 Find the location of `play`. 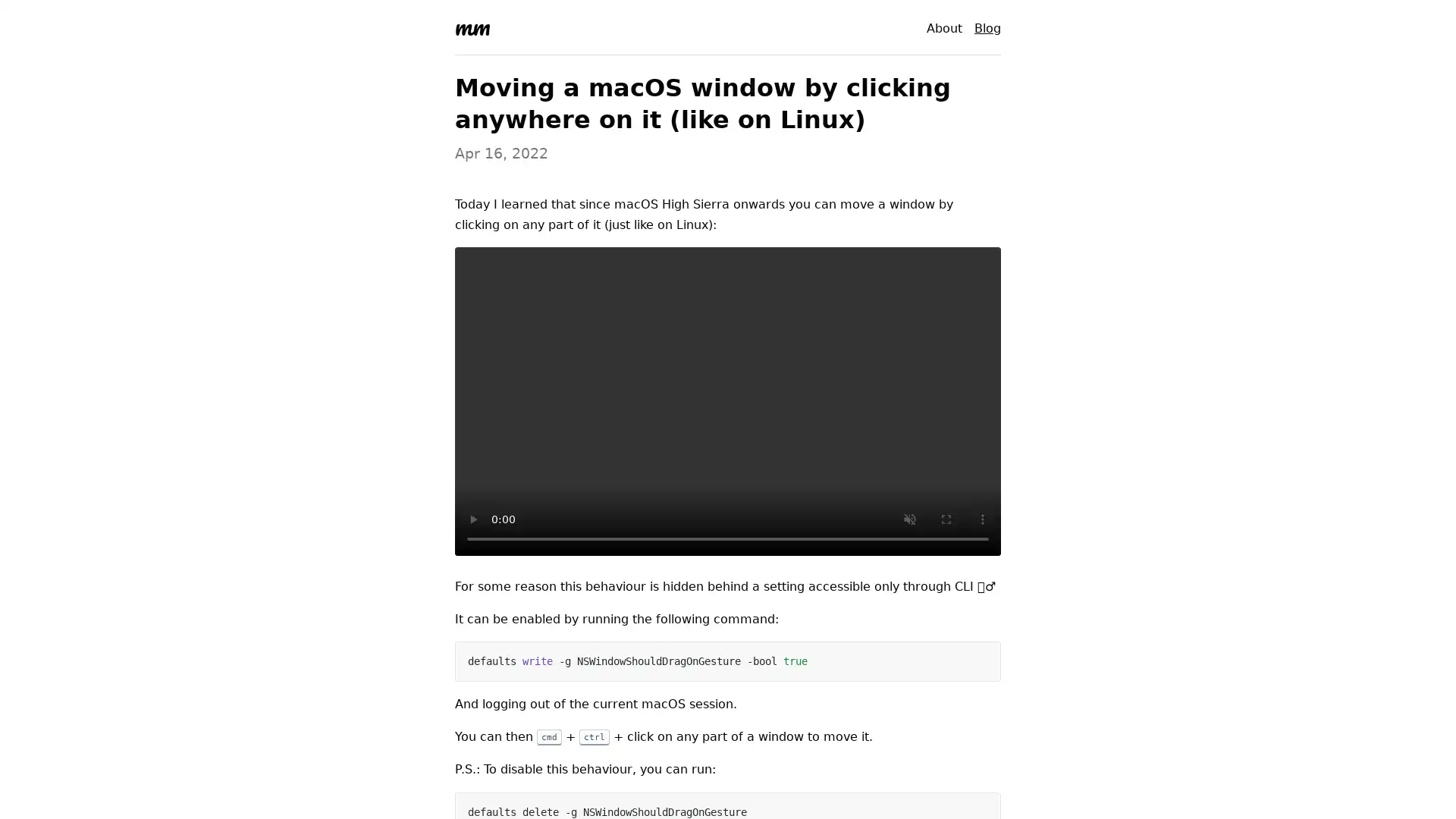

play is located at coordinates (472, 519).